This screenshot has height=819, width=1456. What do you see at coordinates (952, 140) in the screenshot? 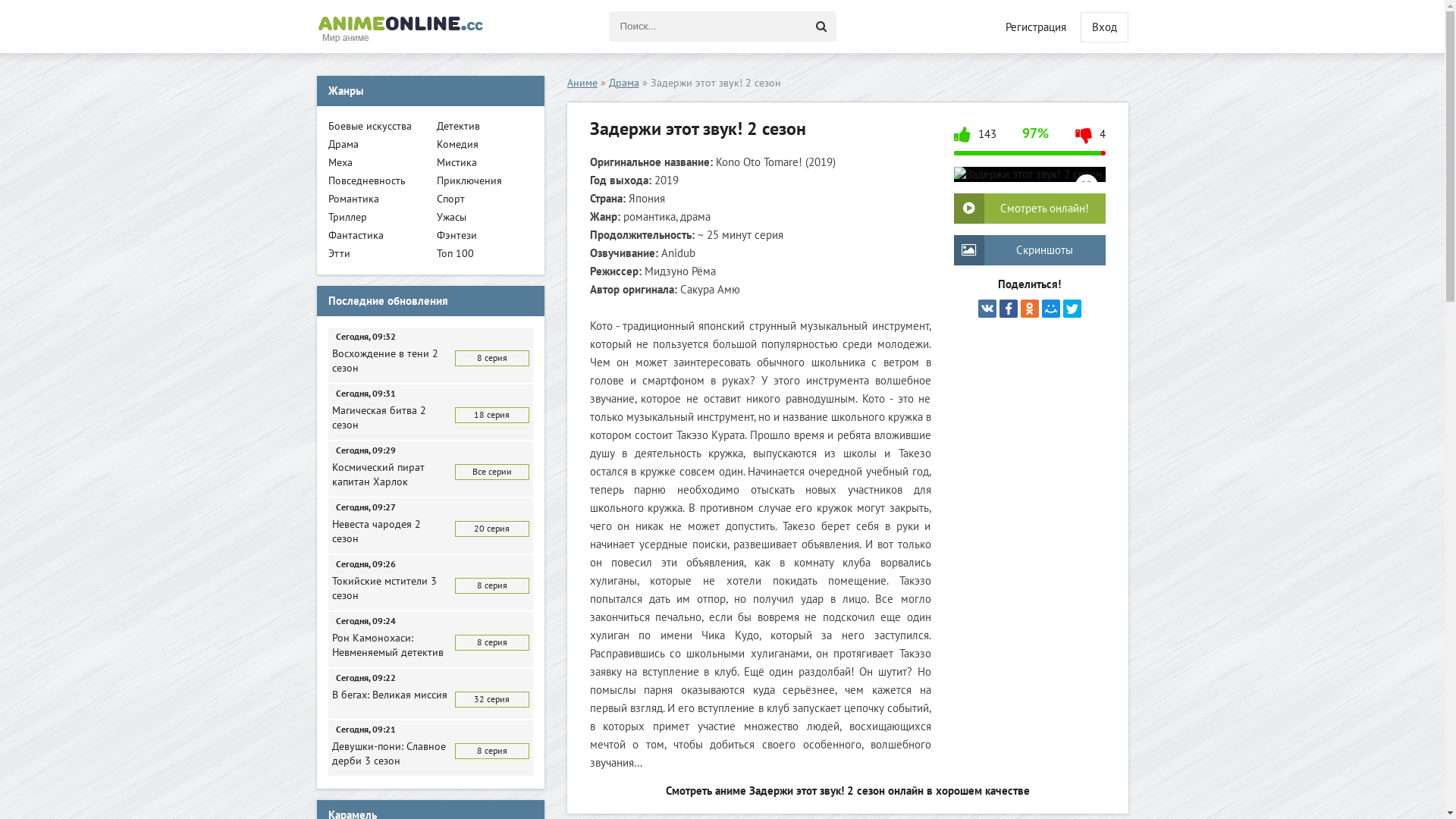
I see `'143'` at bounding box center [952, 140].